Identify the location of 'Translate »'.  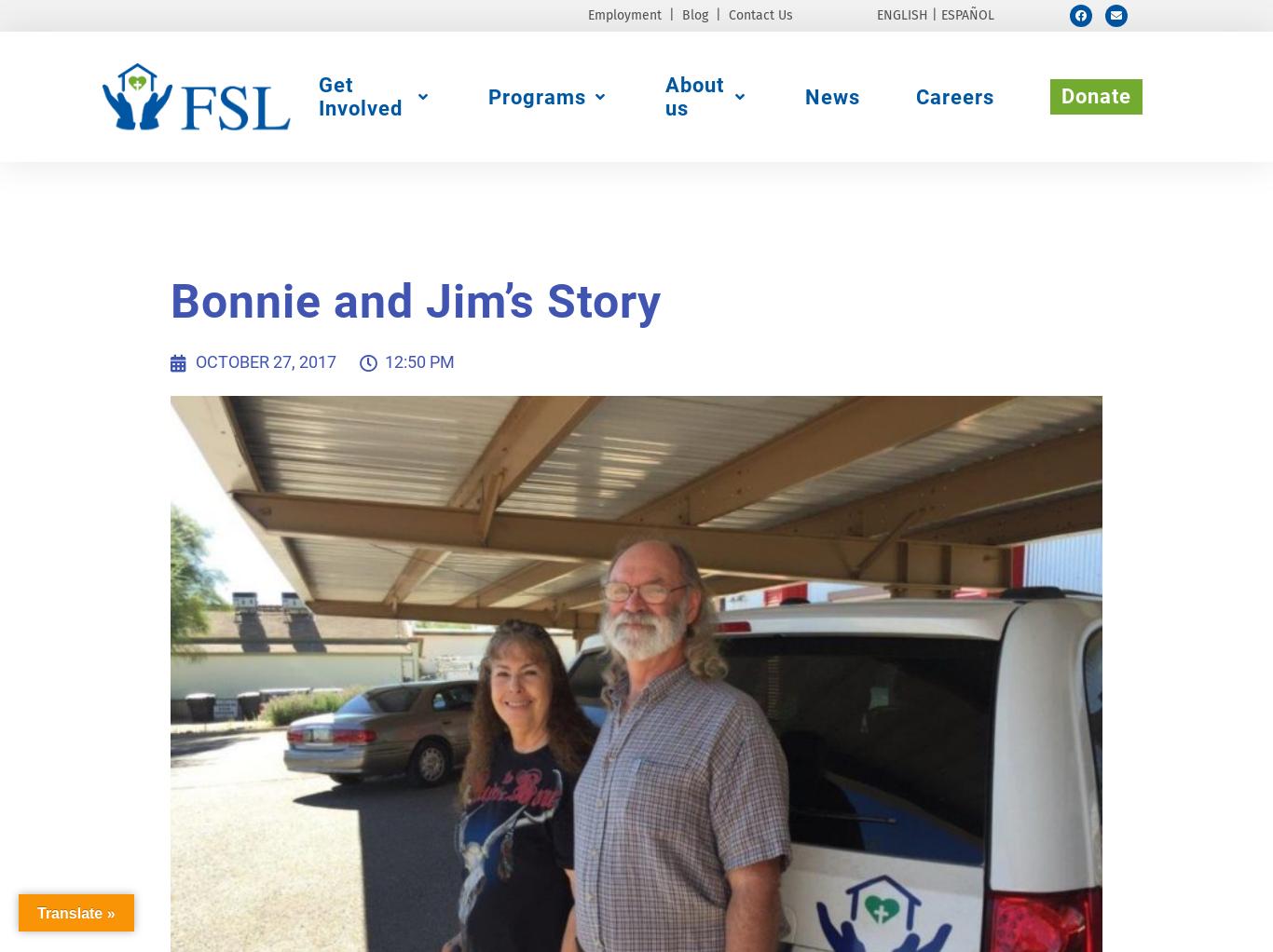
(75, 912).